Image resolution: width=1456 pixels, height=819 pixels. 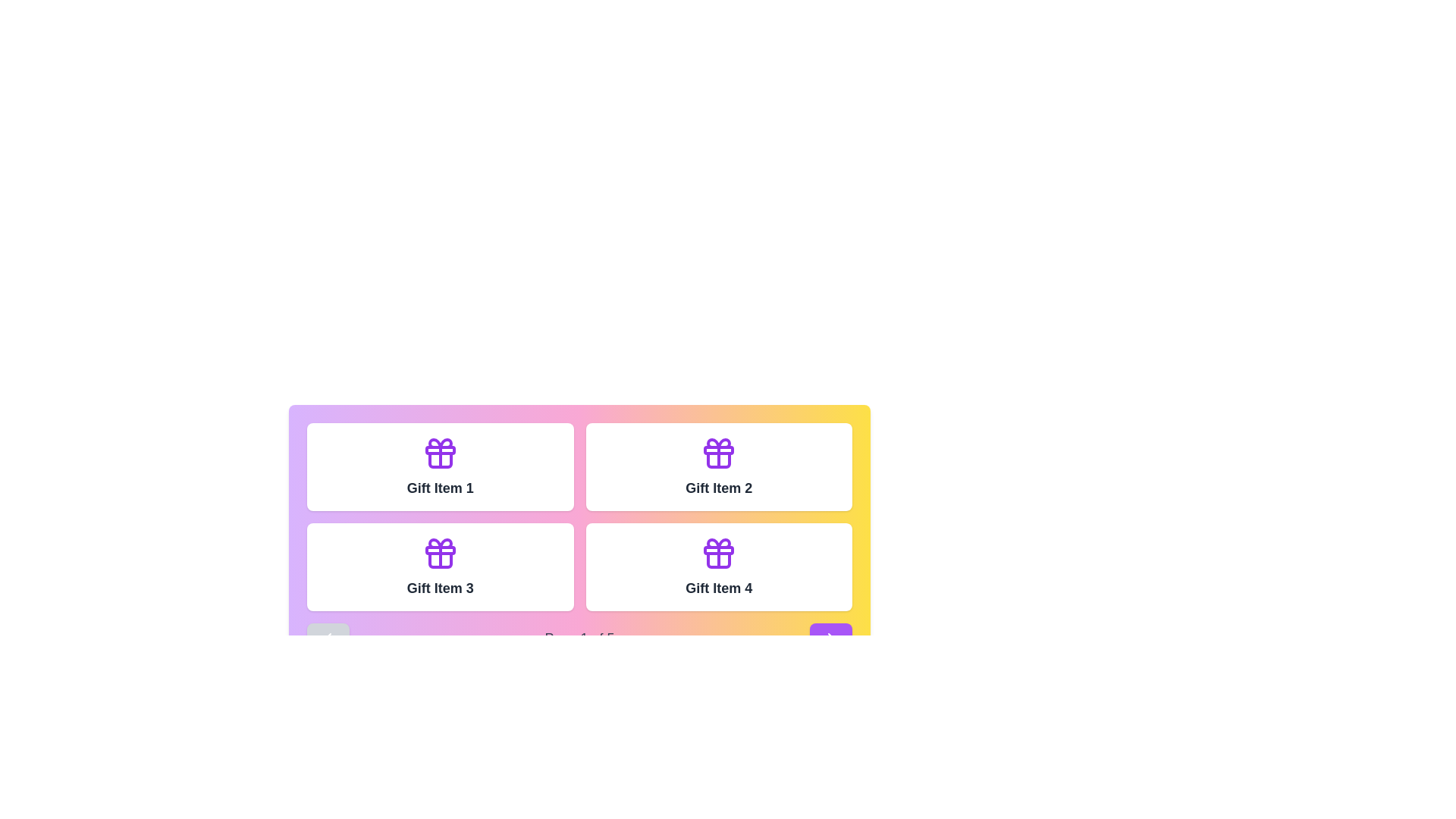 I want to click on the purple rounded button with a white chevron located at the bottom right corner of the navigation bar, next, so click(x=830, y=638).